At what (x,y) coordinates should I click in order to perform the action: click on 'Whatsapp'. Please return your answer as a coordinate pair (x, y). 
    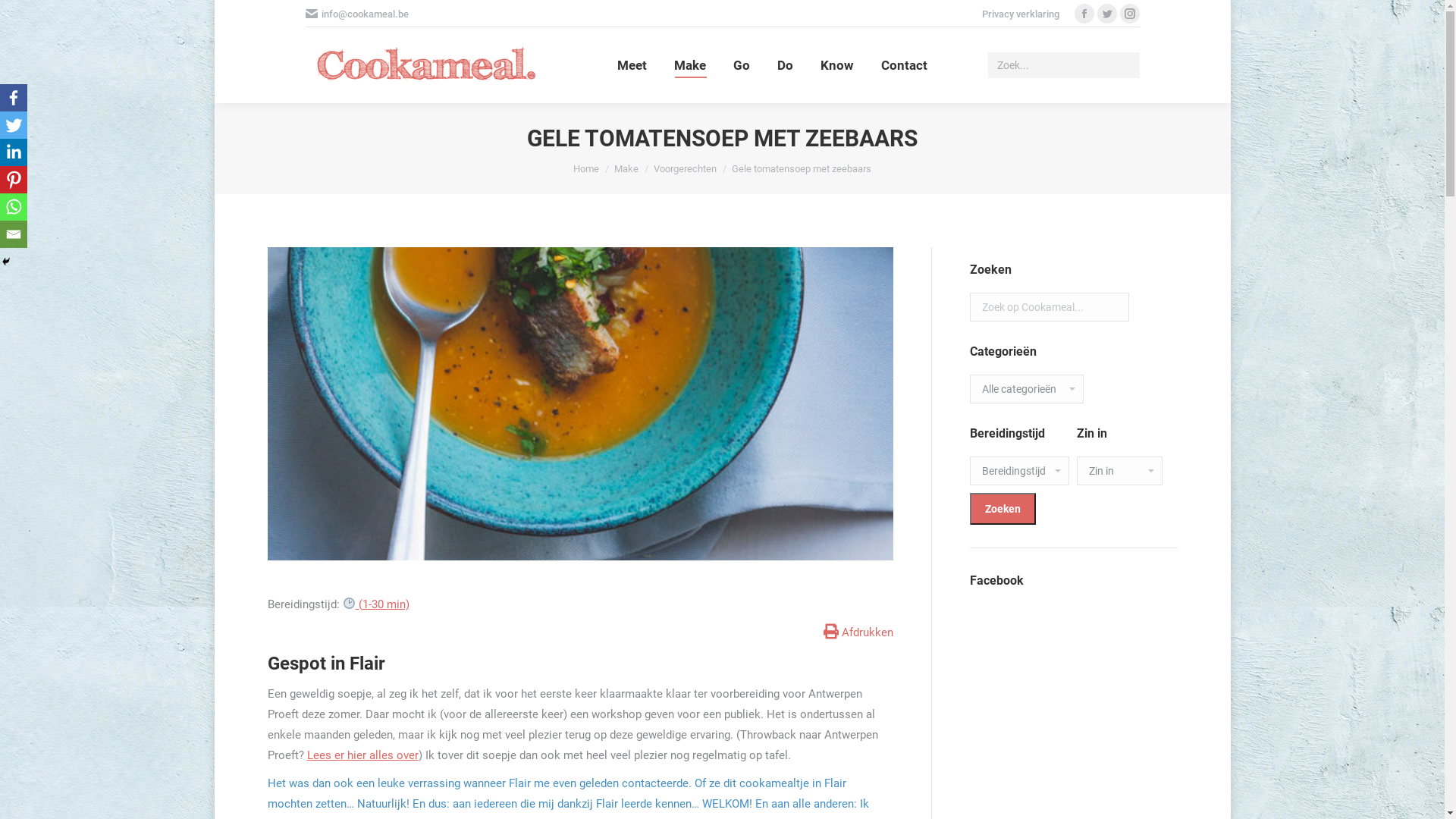
    Looking at the image, I should click on (14, 207).